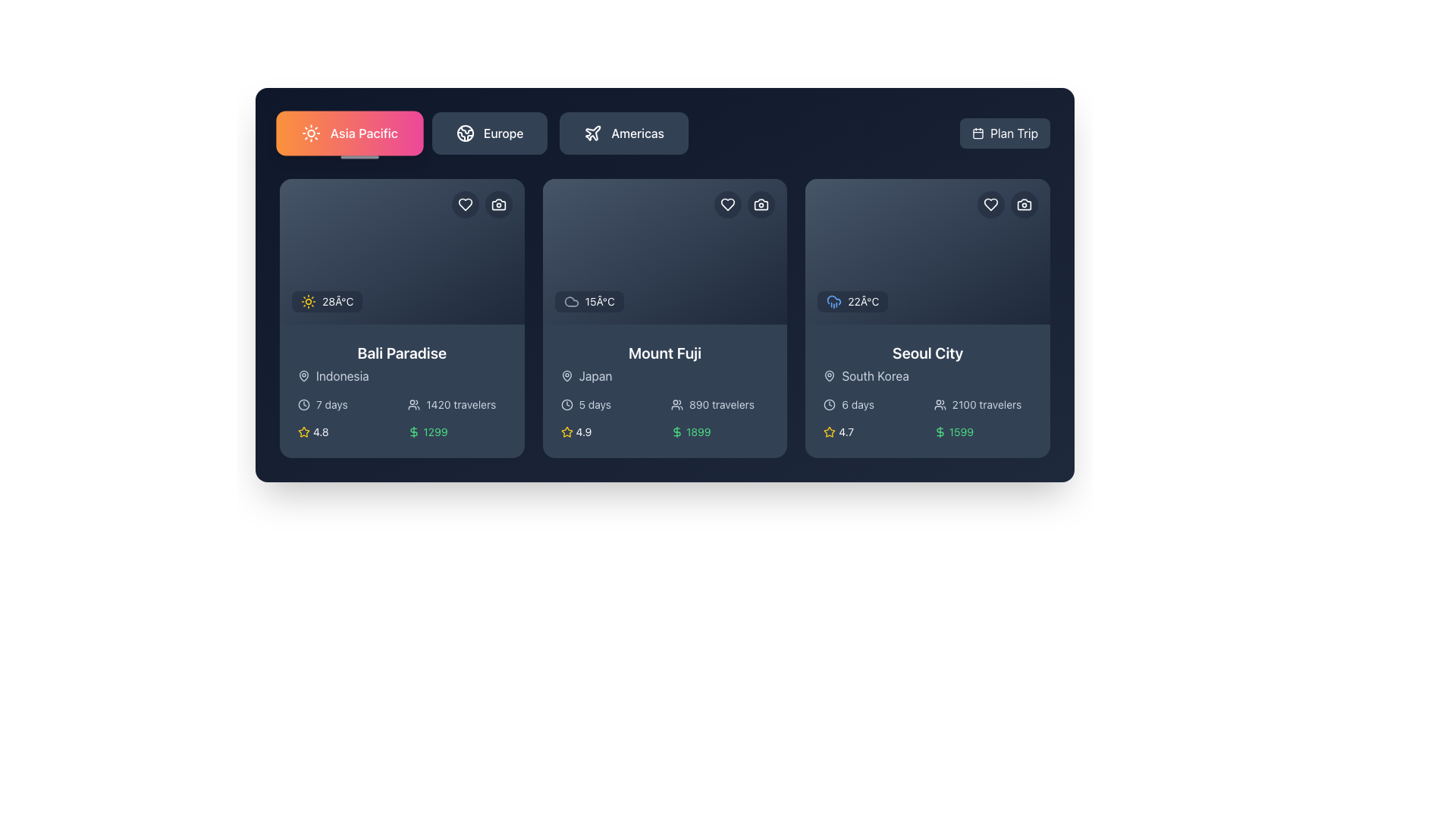 This screenshot has height=819, width=1456. I want to click on the text label displaying '28°C' in white font, located at the top-left corner of the 'Bali Paradise' destination card, positioned to the right of a sun icon, so click(337, 301).